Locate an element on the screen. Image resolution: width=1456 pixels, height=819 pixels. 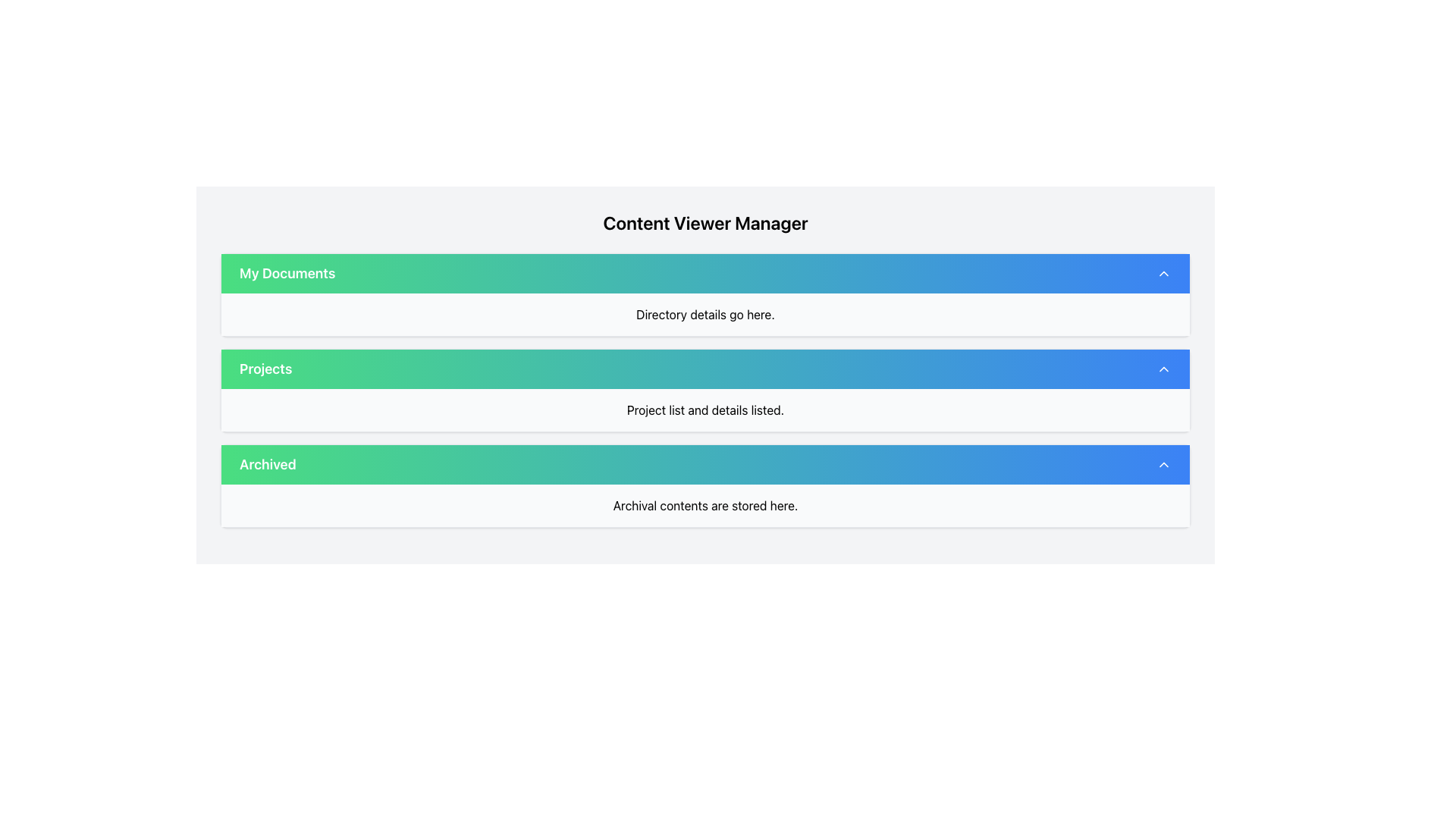
the upwards arrow icon (chevron style) located at the far right of the 'My Documents' header bar is located at coordinates (1163, 274).